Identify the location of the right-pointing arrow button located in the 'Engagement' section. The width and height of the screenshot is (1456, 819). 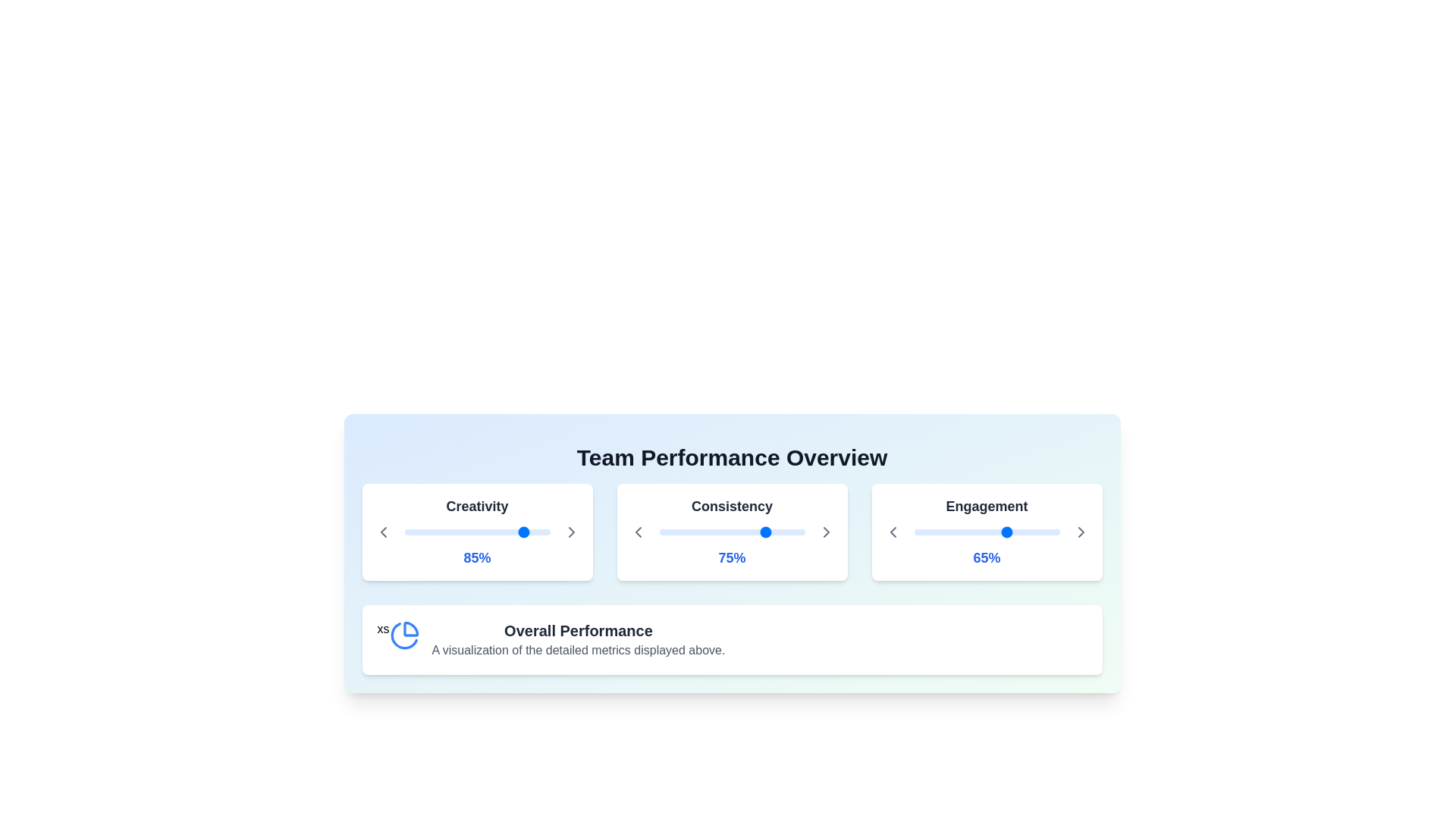
(1080, 532).